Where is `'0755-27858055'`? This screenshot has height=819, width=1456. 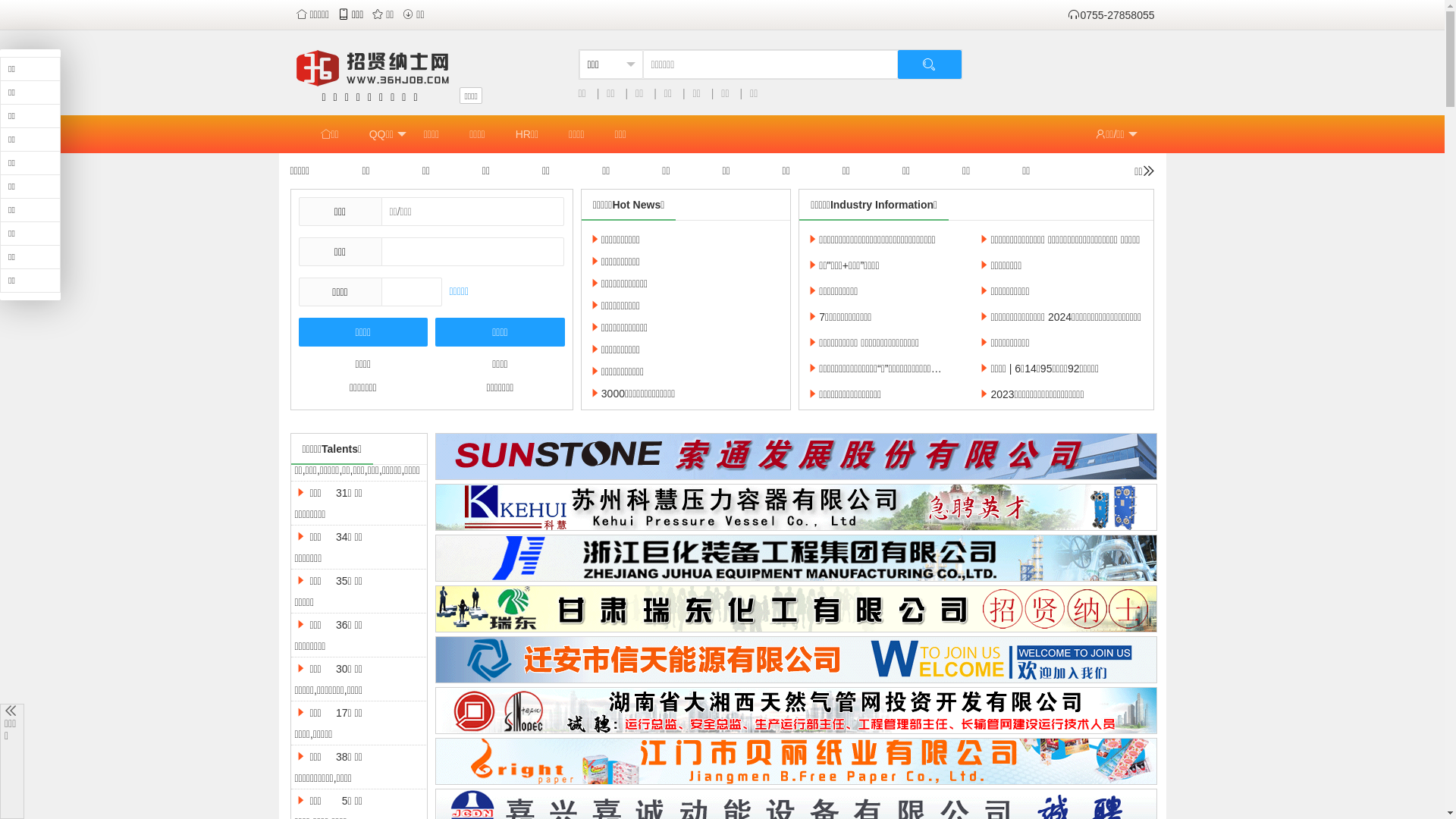
'0755-27858055' is located at coordinates (1110, 14).